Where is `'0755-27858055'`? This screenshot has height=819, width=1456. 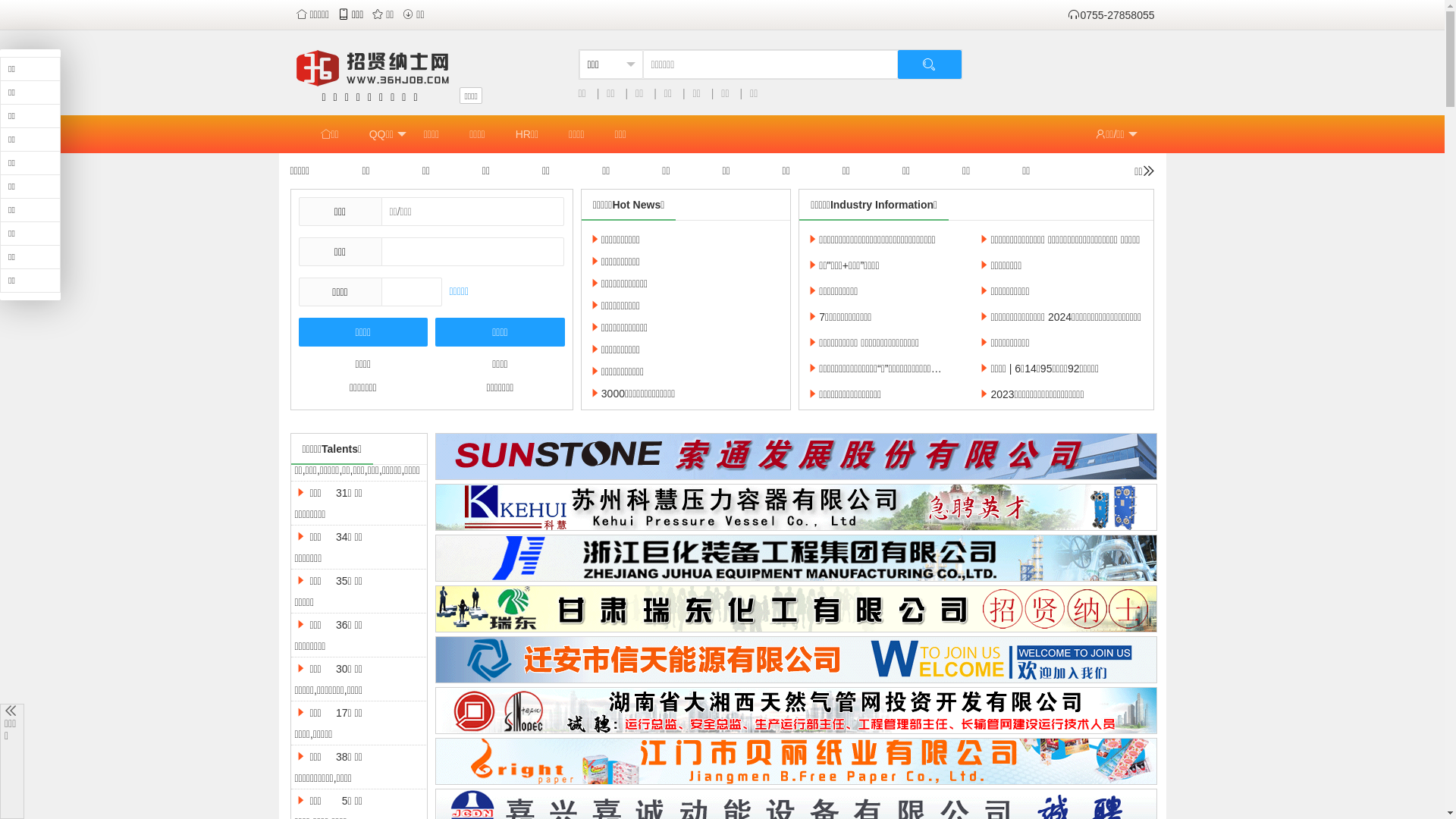
'0755-27858055' is located at coordinates (1110, 14).